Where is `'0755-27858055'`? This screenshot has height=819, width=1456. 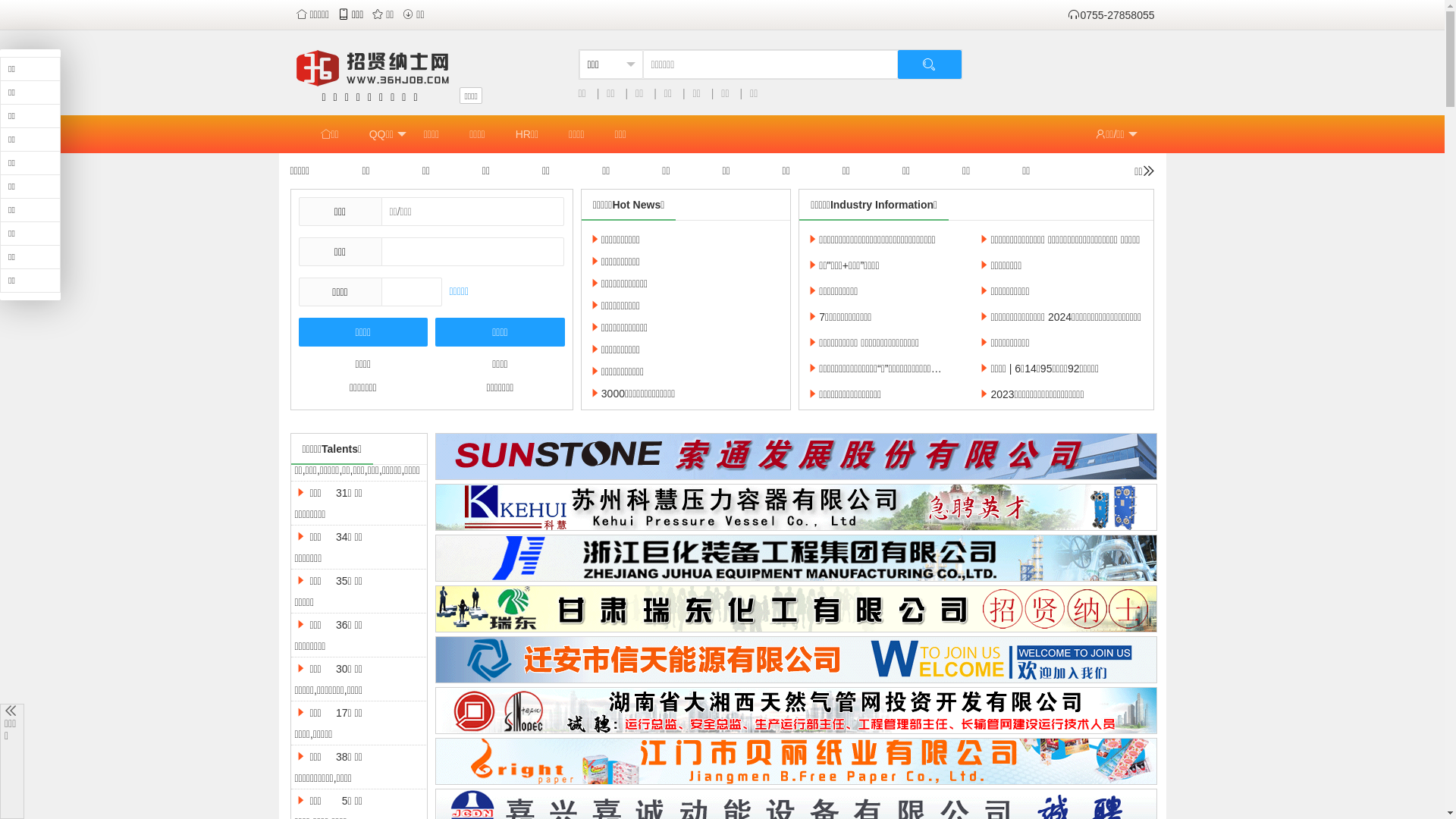
'0755-27858055' is located at coordinates (1110, 14).